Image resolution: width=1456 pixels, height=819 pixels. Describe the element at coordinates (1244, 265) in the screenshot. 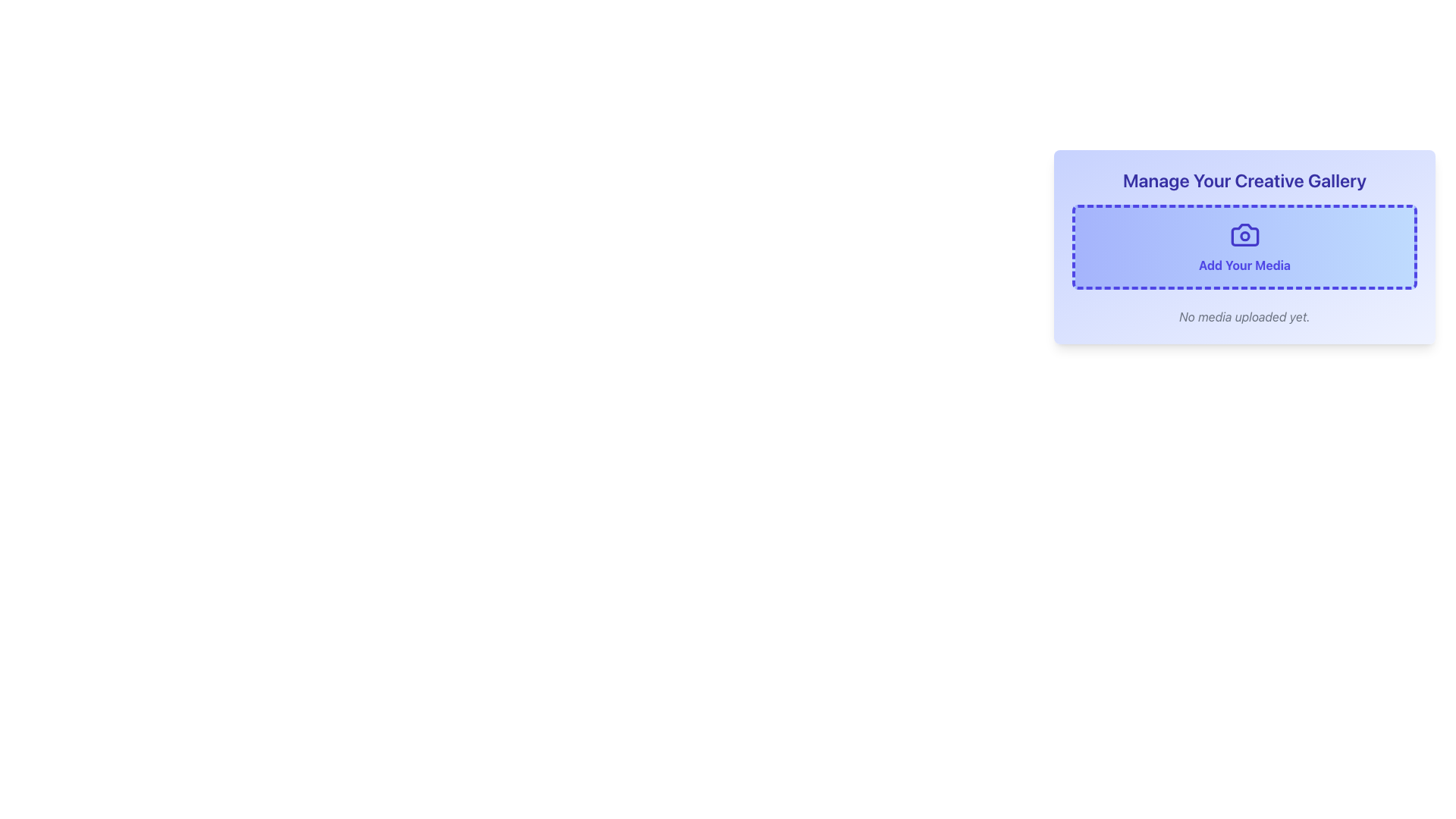

I see `the 'Add Your Media' text label which prompts the user for media upload, located below the camera icon in the right-center of the interface` at that location.